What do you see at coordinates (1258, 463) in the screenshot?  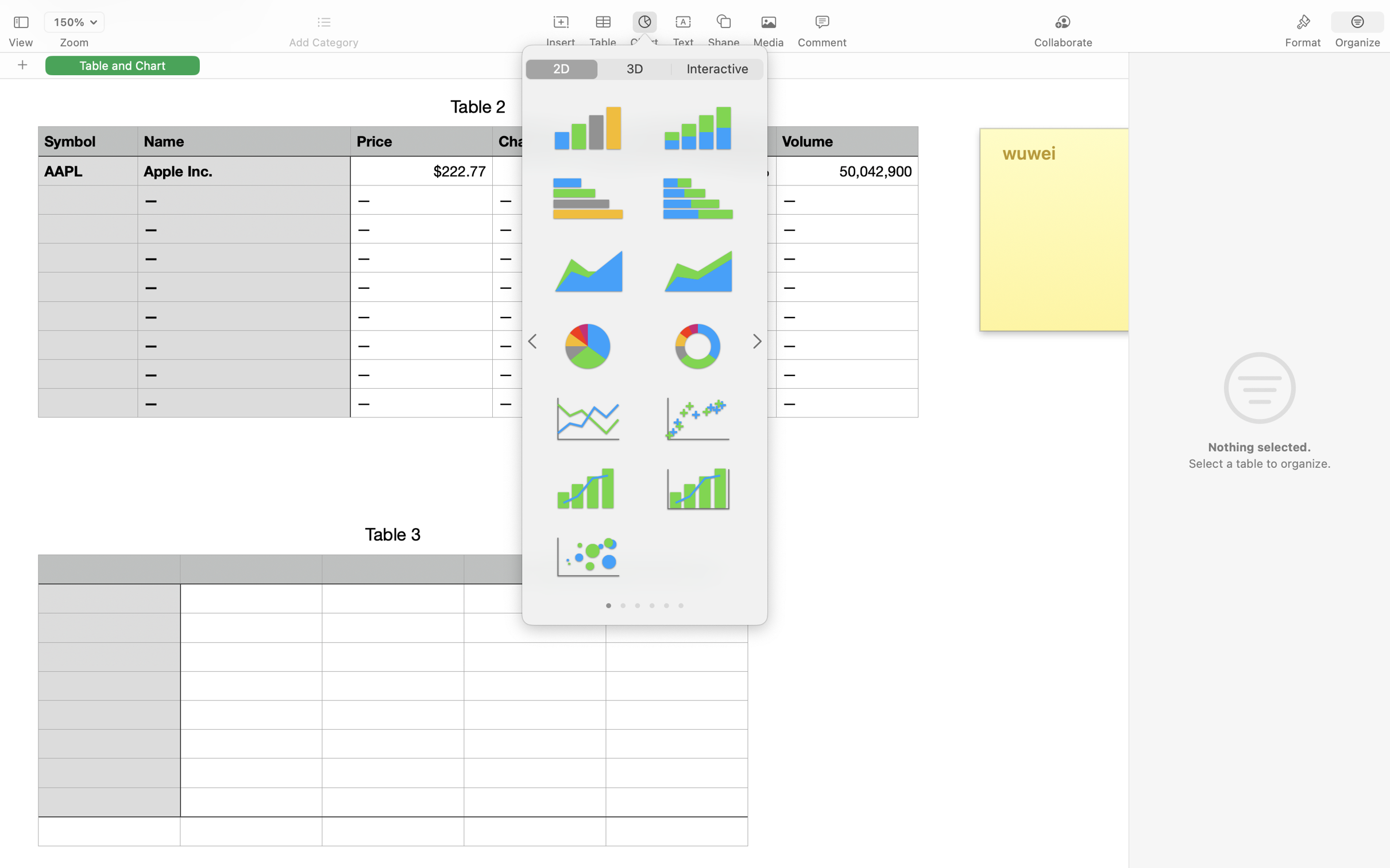 I see `'Select a table to organize.'` at bounding box center [1258, 463].